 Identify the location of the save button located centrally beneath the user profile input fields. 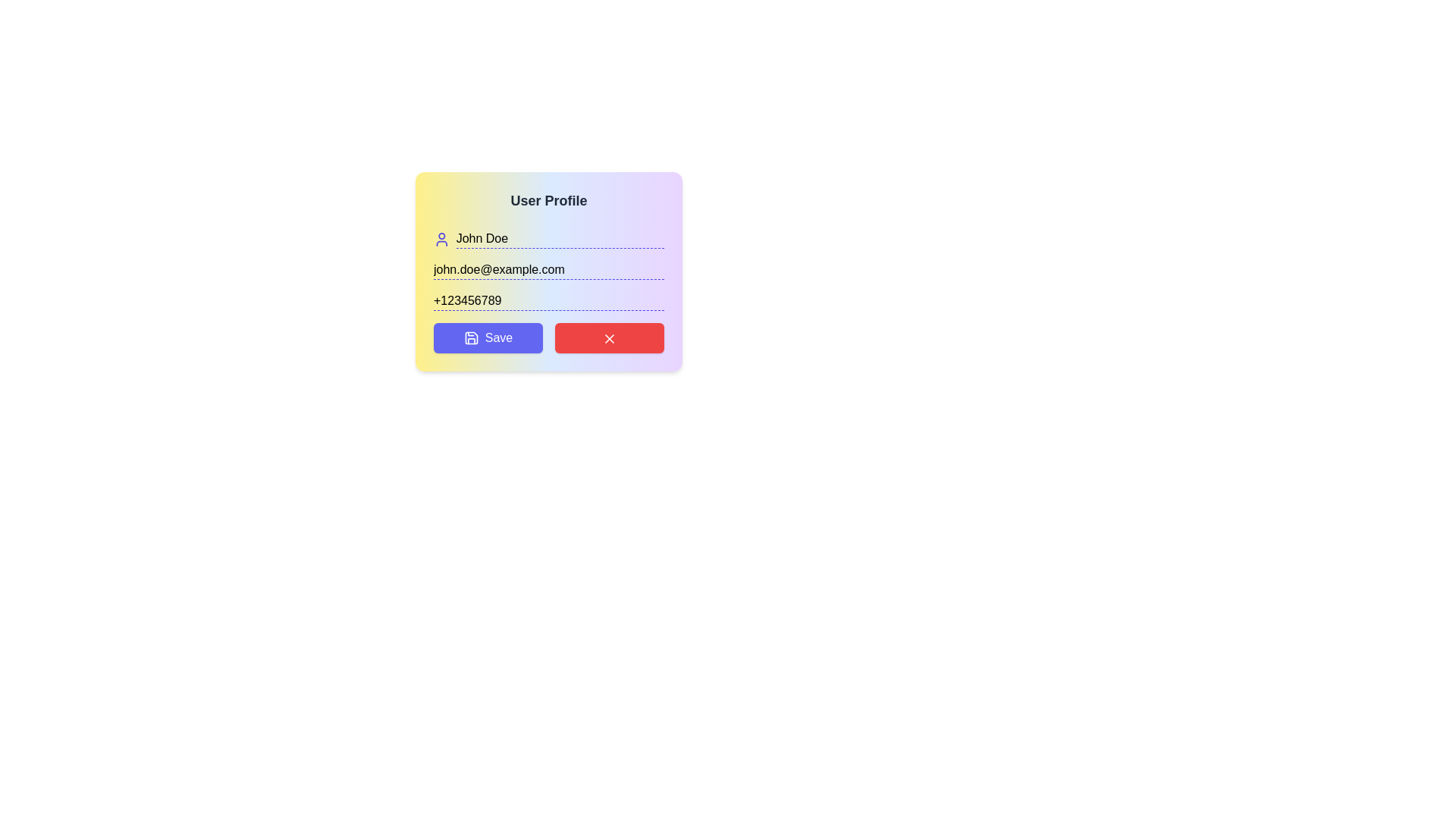
(488, 337).